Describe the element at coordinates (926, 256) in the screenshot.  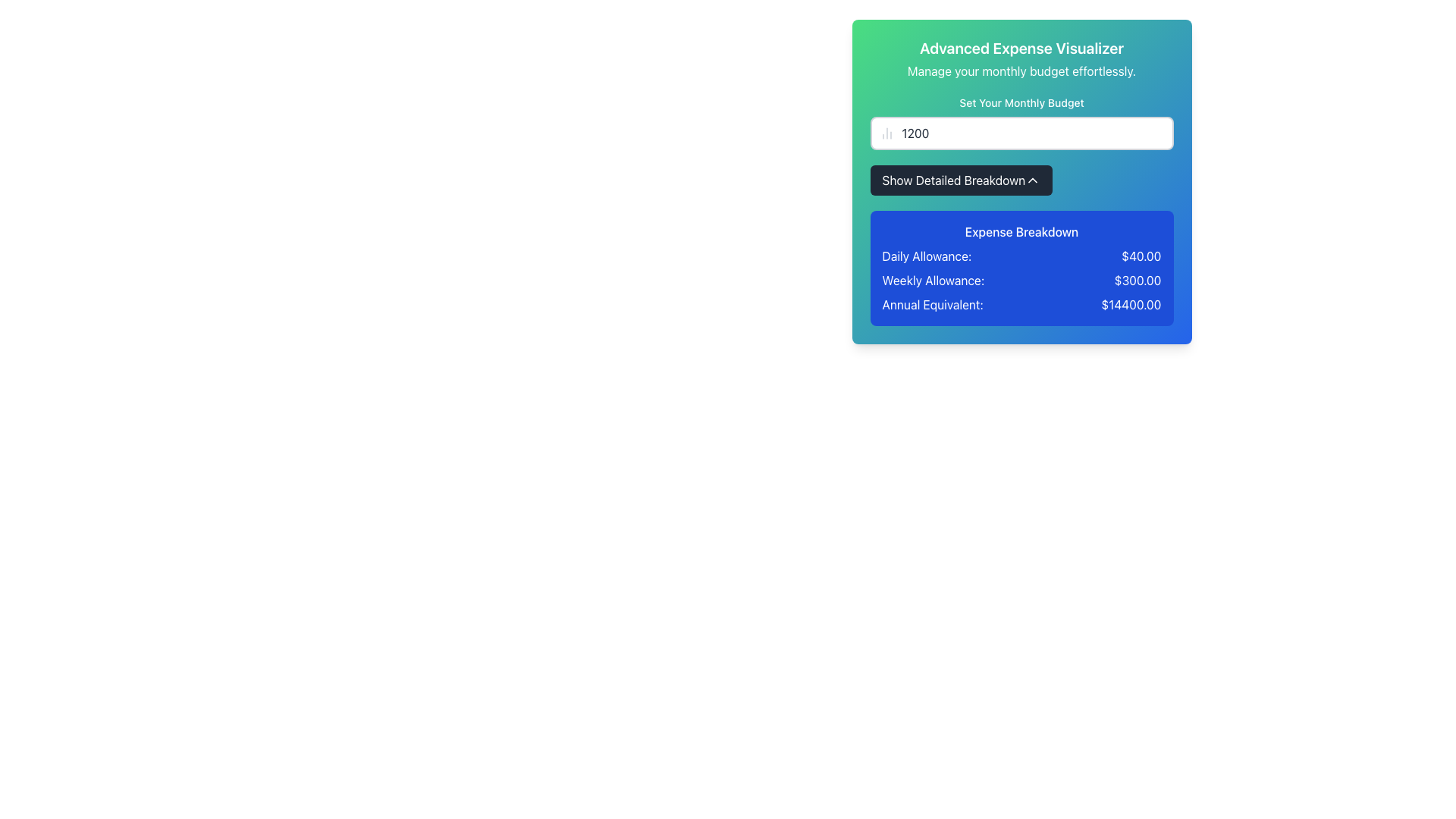
I see `the first text label in the 'Expense Breakdown' section, which indicates the type of expense` at that location.